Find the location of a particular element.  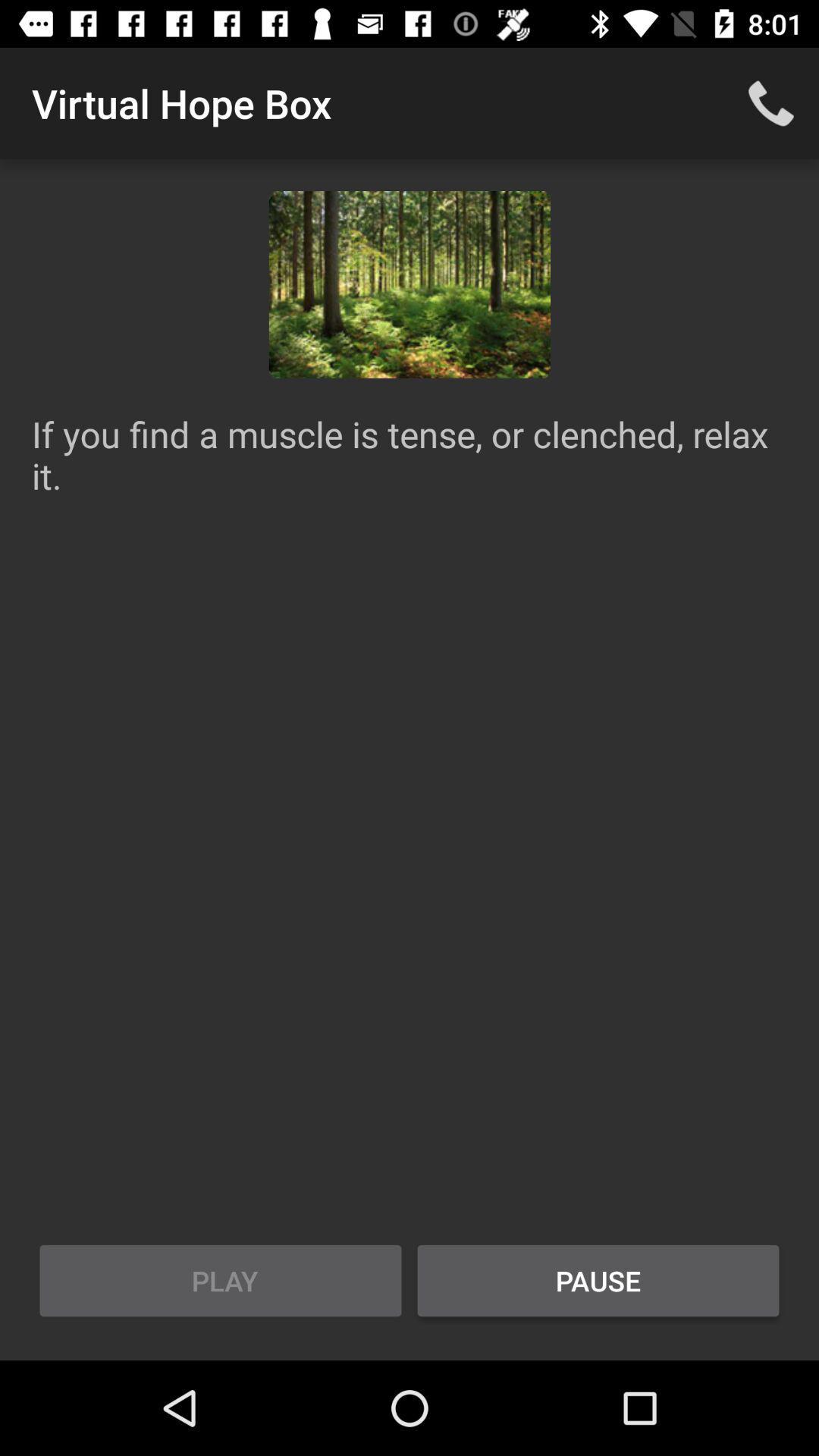

the pause icon is located at coordinates (598, 1280).